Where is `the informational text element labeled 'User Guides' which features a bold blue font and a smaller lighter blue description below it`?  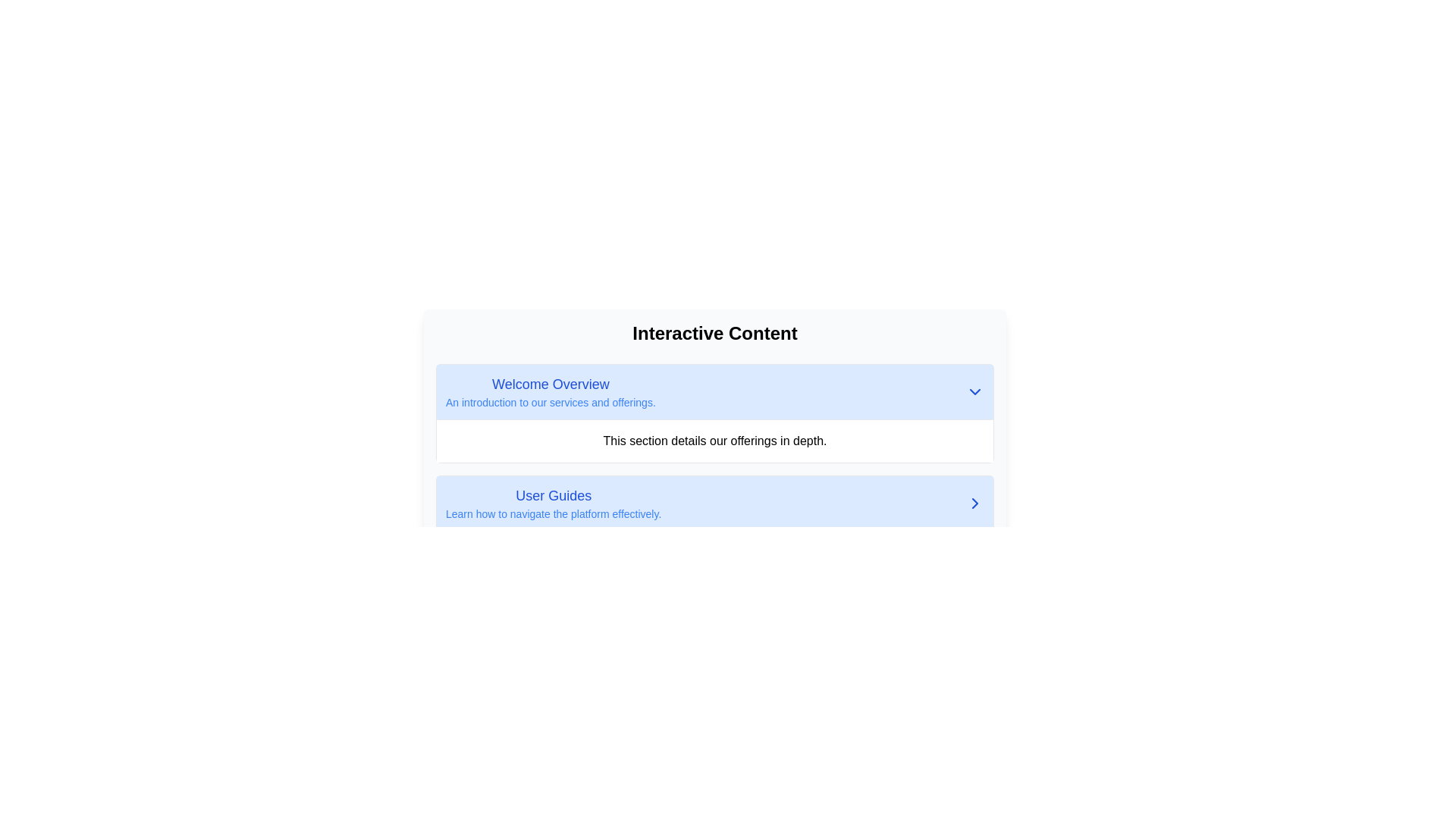
the informational text element labeled 'User Guides' which features a bold blue font and a smaller lighter blue description below it is located at coordinates (553, 503).